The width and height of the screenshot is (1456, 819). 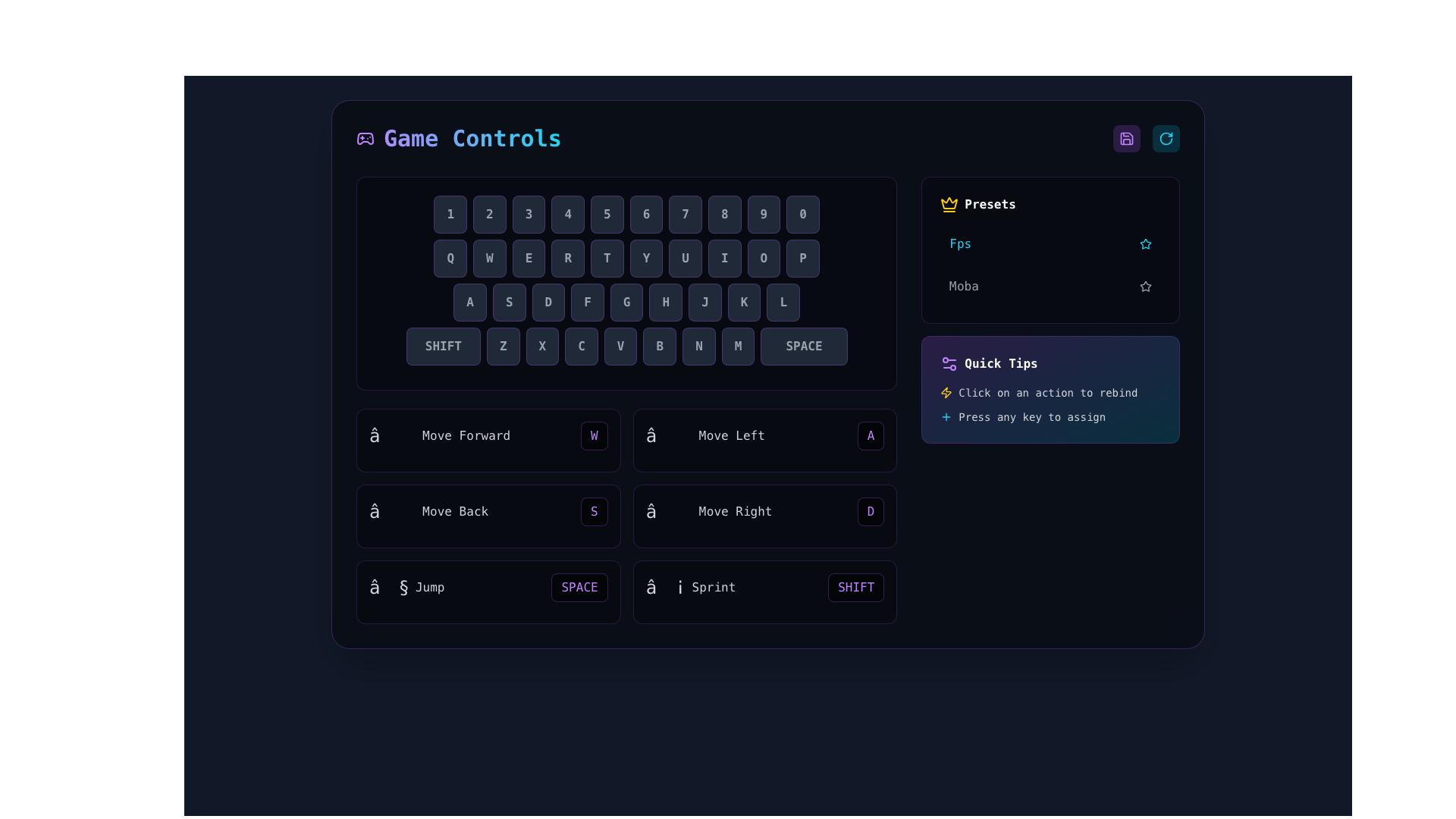 What do you see at coordinates (1050, 243) in the screenshot?
I see `the 'Fps' button-like selectable item` at bounding box center [1050, 243].